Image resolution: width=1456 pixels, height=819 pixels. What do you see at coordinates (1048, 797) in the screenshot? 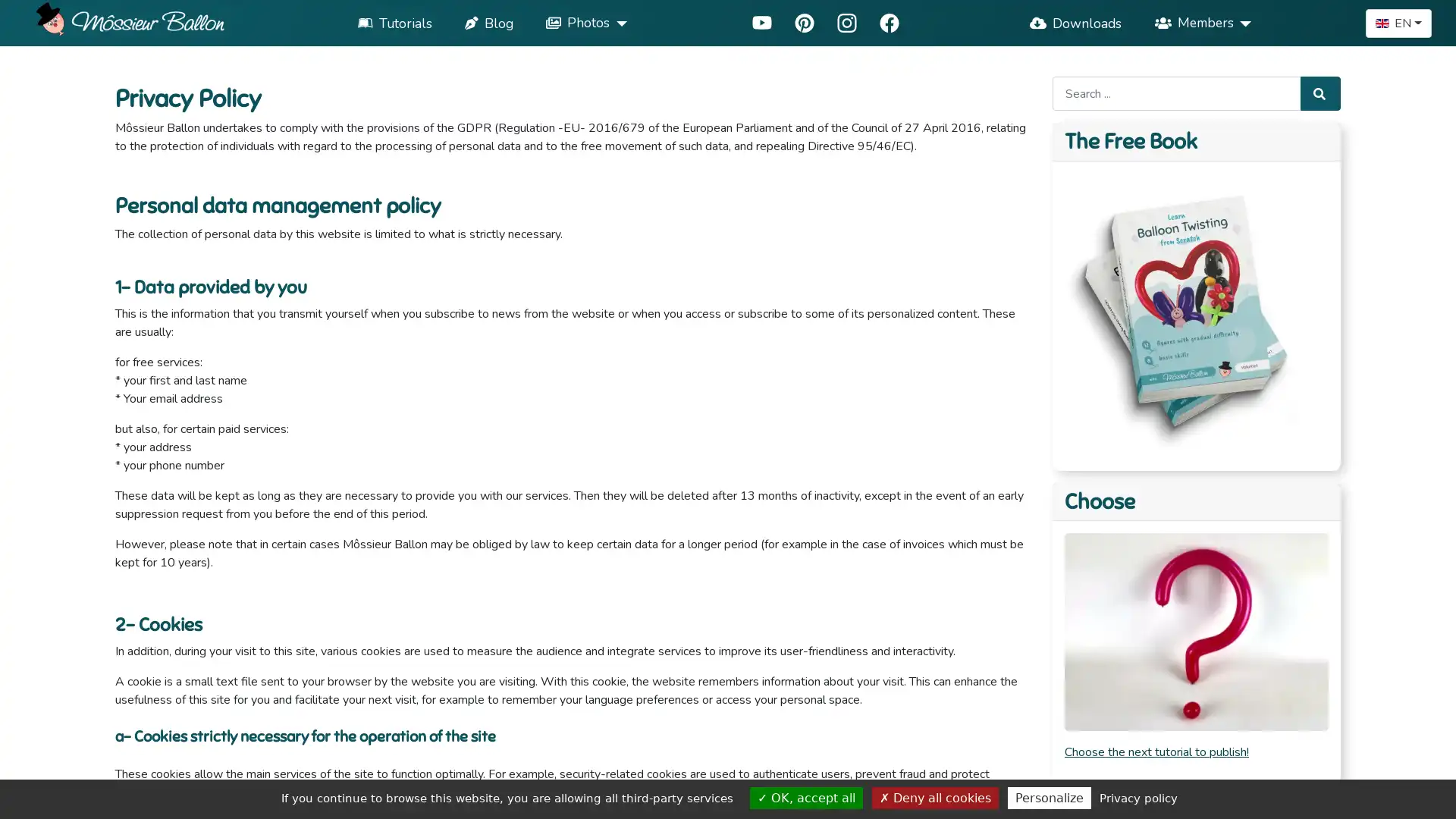
I see `Personalize (modal window)` at bounding box center [1048, 797].